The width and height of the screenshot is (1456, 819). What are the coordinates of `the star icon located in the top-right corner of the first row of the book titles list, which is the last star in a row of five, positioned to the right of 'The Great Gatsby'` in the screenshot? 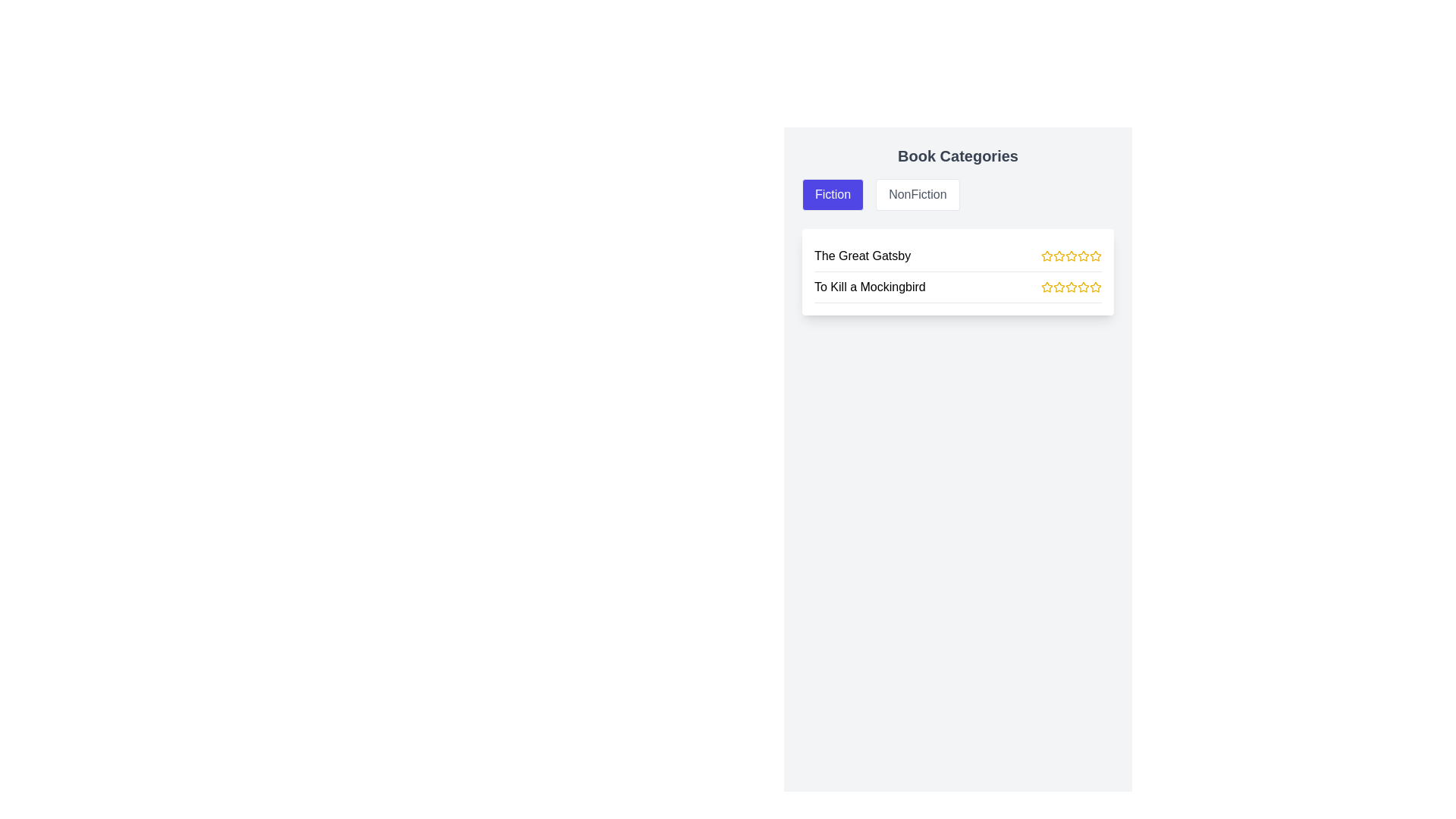 It's located at (1095, 256).